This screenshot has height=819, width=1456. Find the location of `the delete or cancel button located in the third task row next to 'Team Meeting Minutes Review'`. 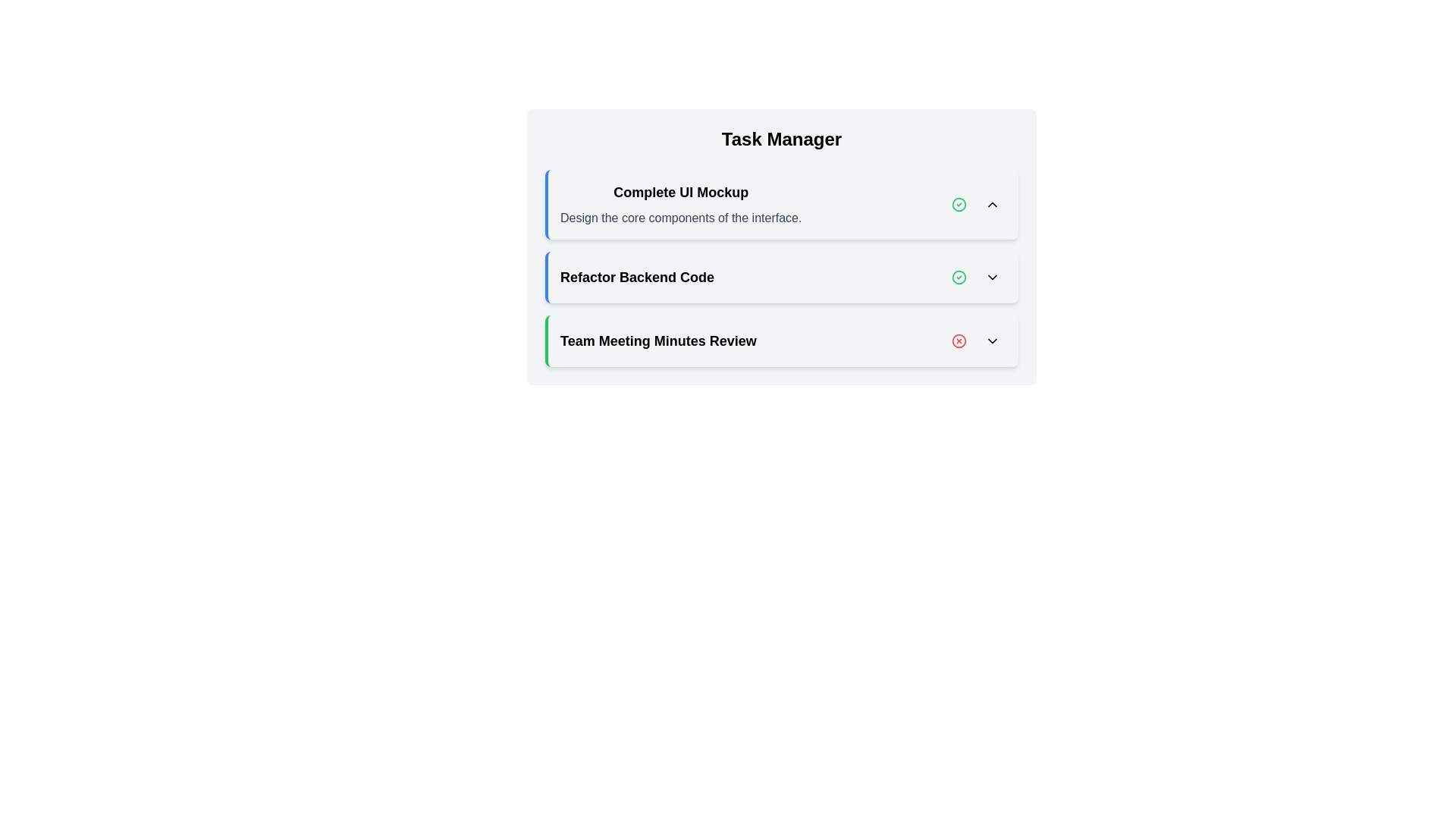

the delete or cancel button located in the third task row next to 'Team Meeting Minutes Review' is located at coordinates (959, 341).